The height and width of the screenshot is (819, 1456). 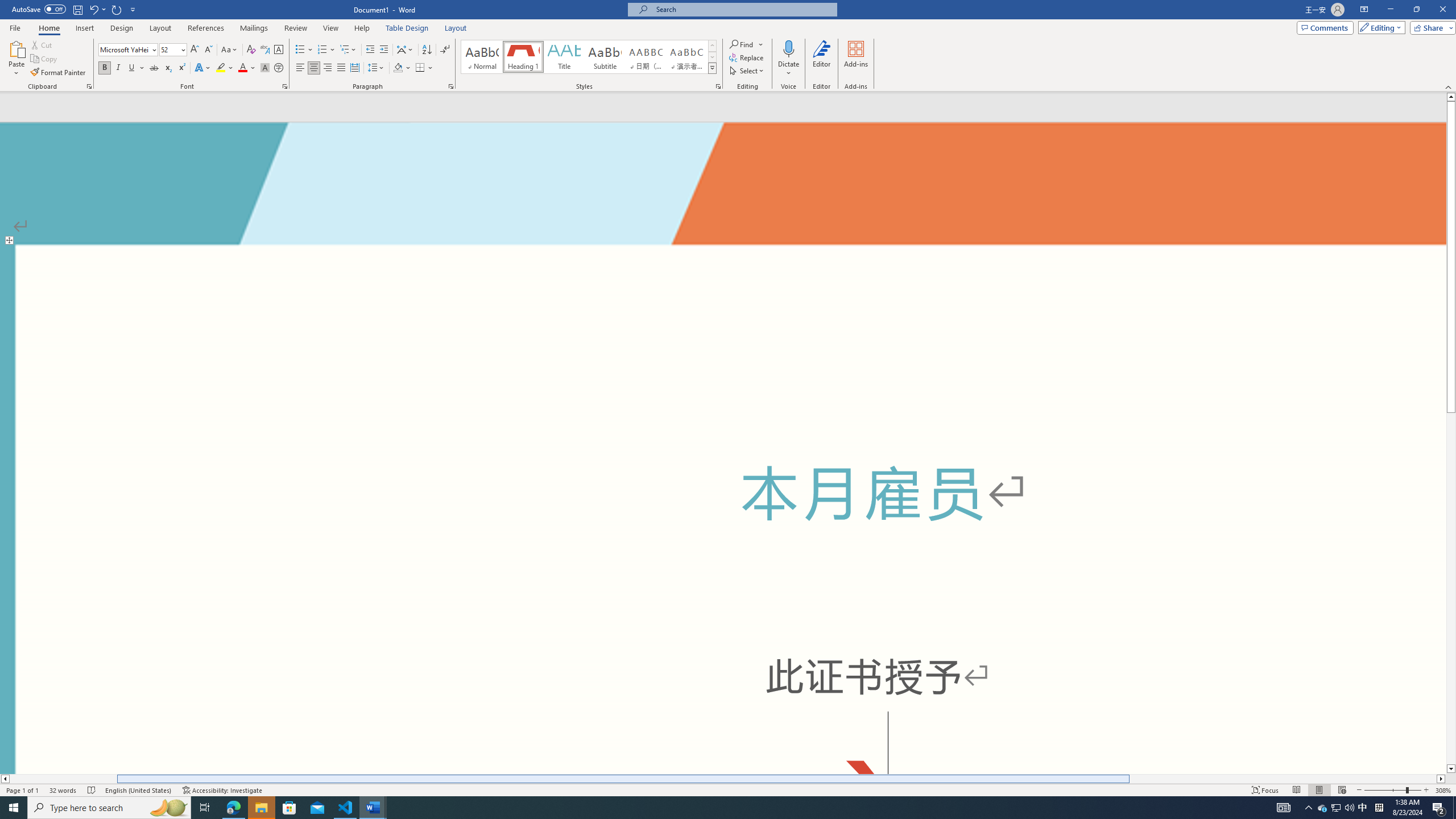 I want to click on 'Grow Font', so click(x=194, y=49).